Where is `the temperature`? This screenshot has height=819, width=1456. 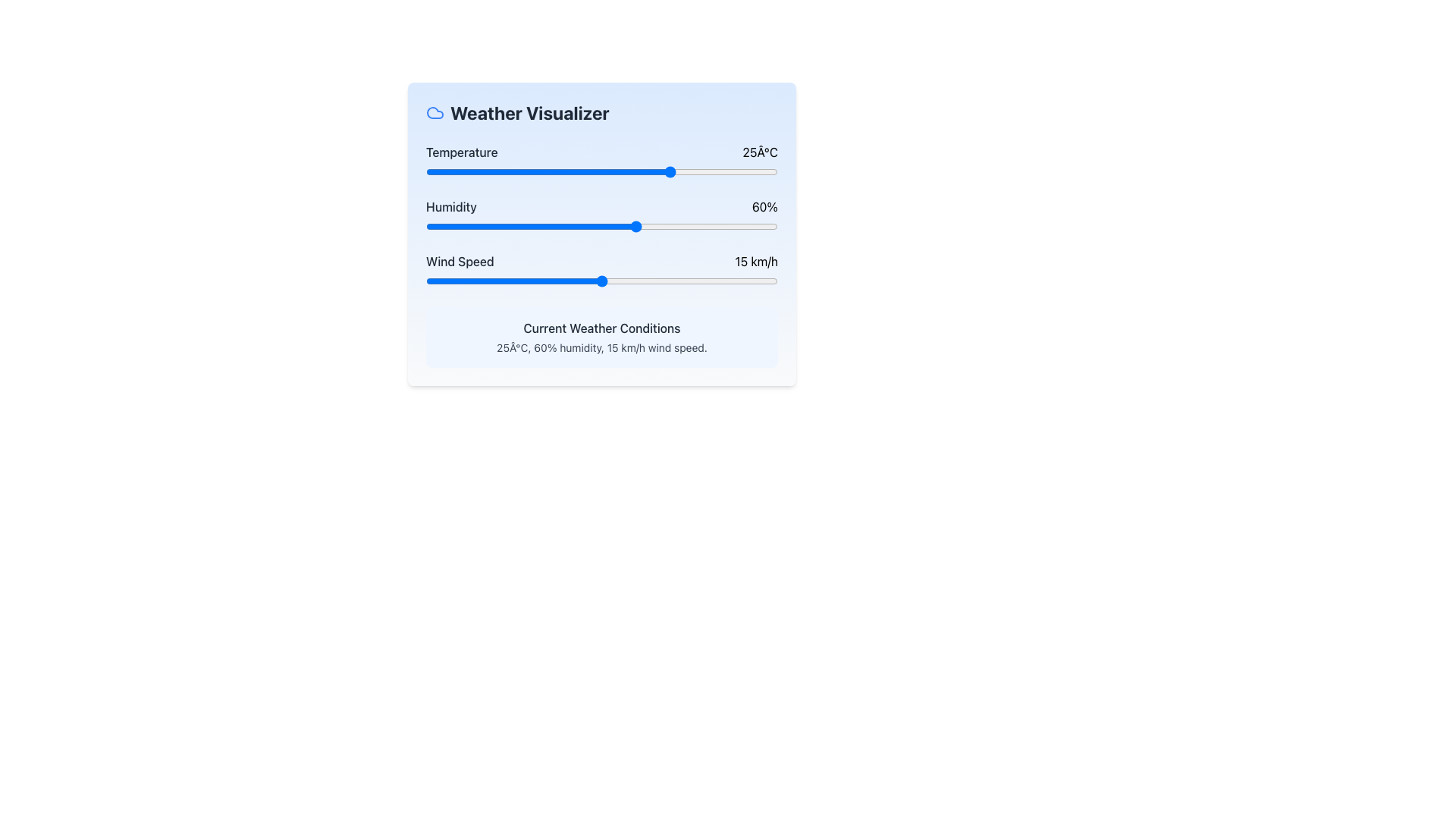
the temperature is located at coordinates (532, 171).